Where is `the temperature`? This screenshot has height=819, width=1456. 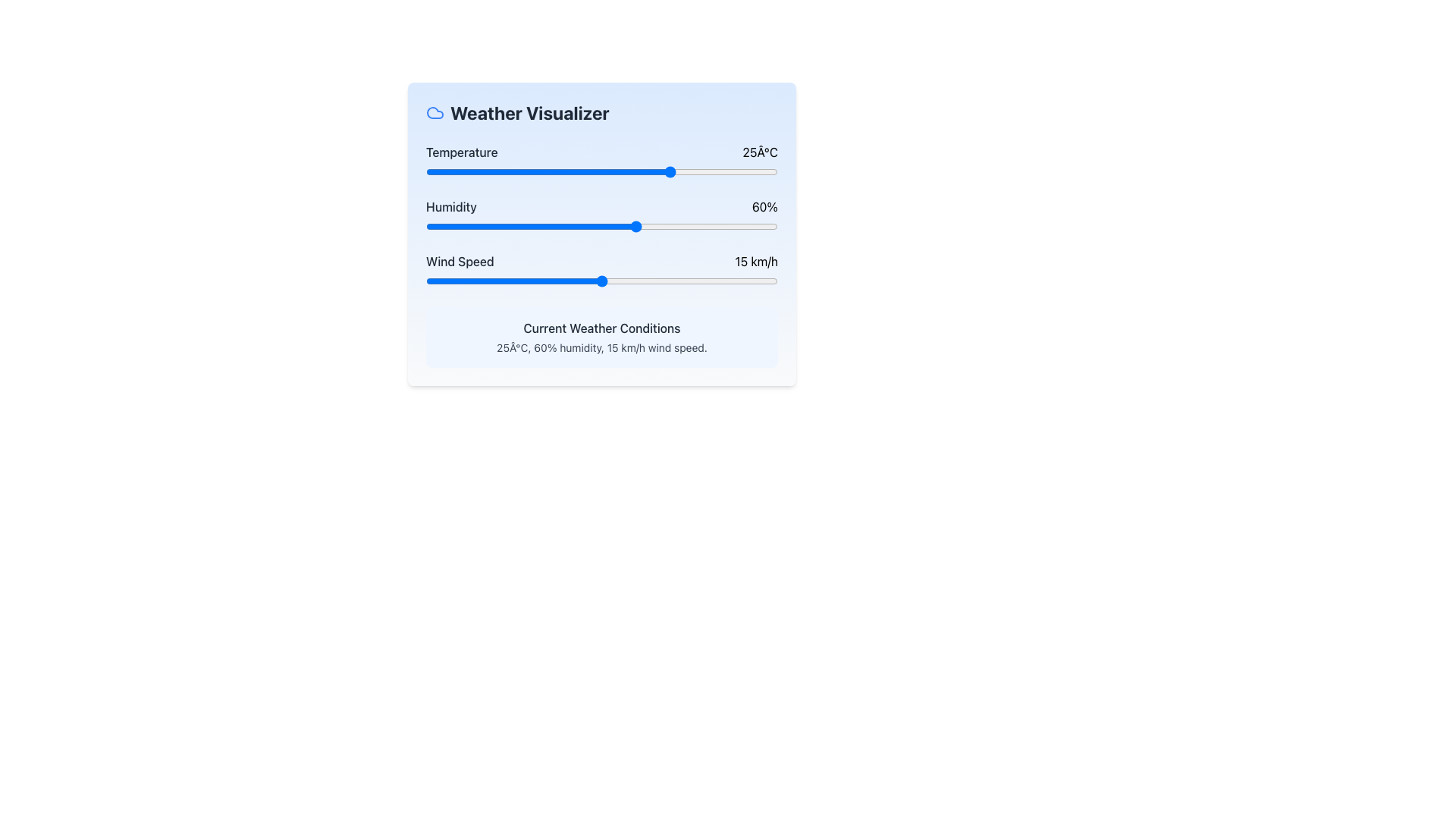
the temperature is located at coordinates (532, 171).